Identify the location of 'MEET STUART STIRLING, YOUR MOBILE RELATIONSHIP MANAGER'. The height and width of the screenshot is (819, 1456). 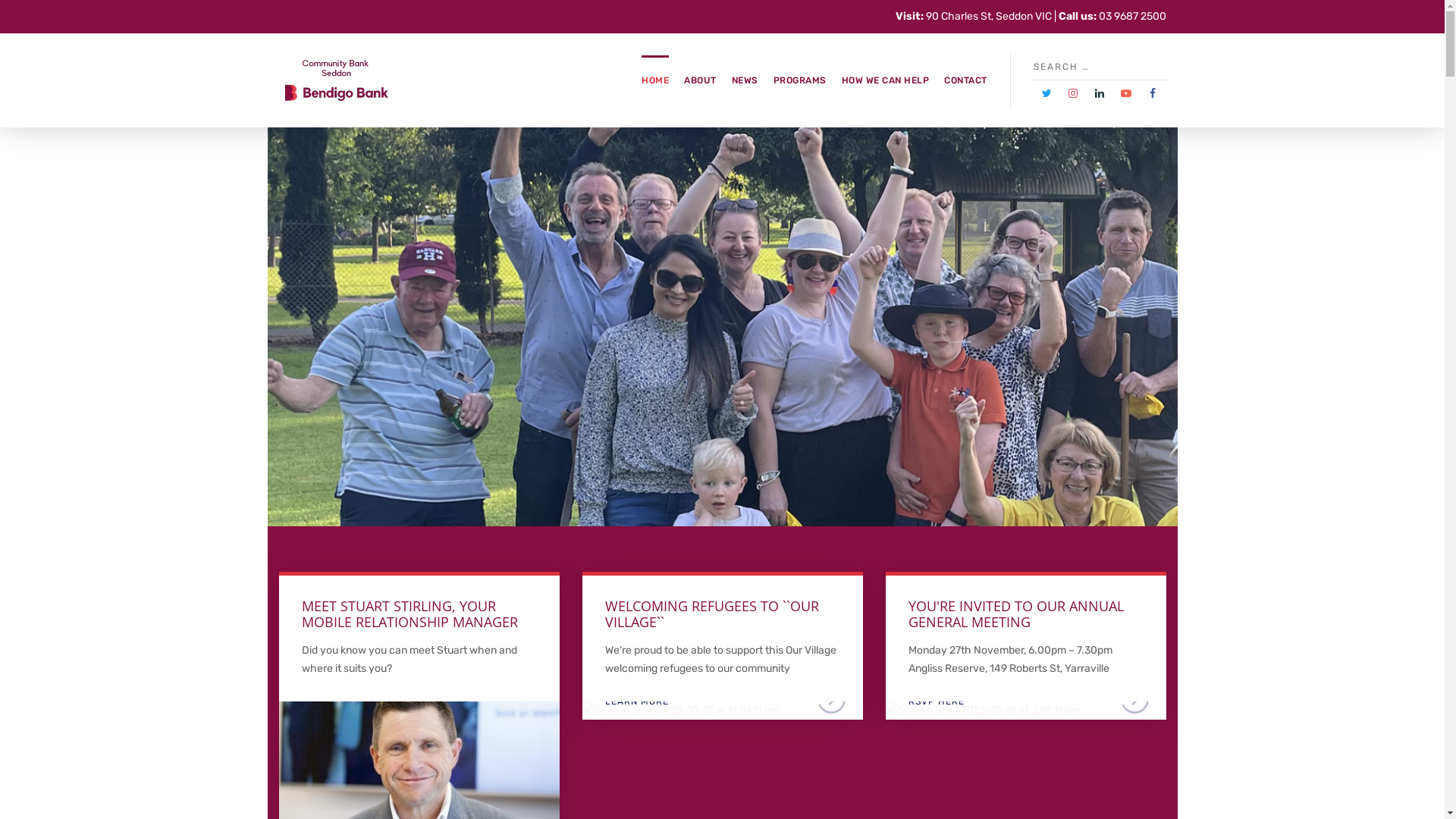
(302, 613).